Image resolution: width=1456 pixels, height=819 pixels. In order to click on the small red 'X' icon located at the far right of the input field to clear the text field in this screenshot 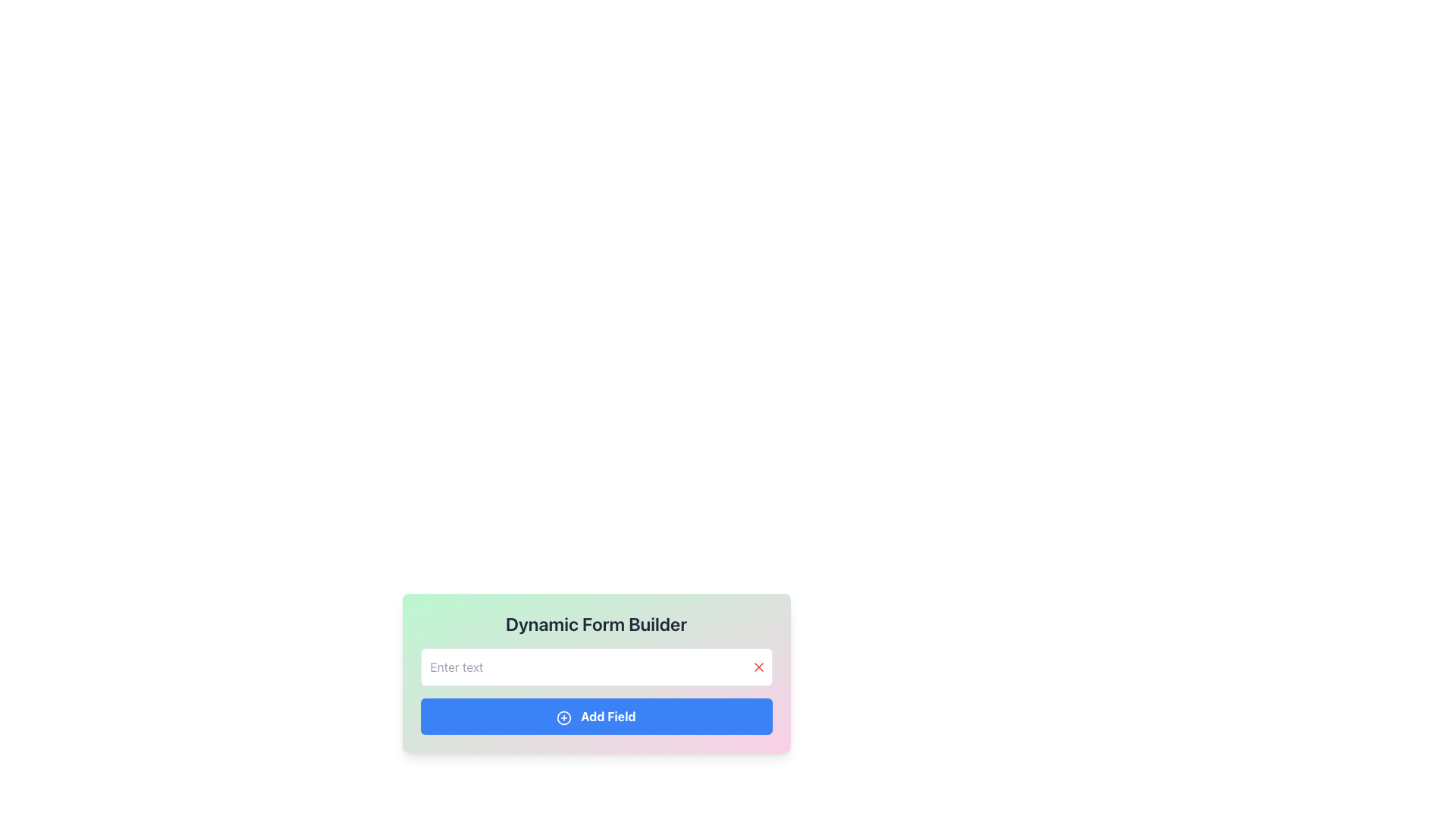, I will do `click(758, 666)`.